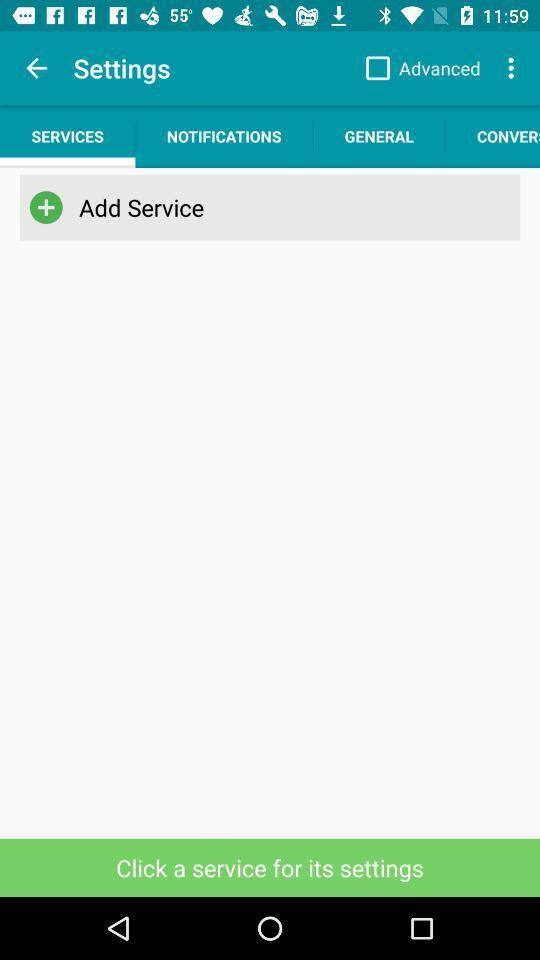 The width and height of the screenshot is (540, 960). What do you see at coordinates (46, 207) in the screenshot?
I see `item next to add service app` at bounding box center [46, 207].